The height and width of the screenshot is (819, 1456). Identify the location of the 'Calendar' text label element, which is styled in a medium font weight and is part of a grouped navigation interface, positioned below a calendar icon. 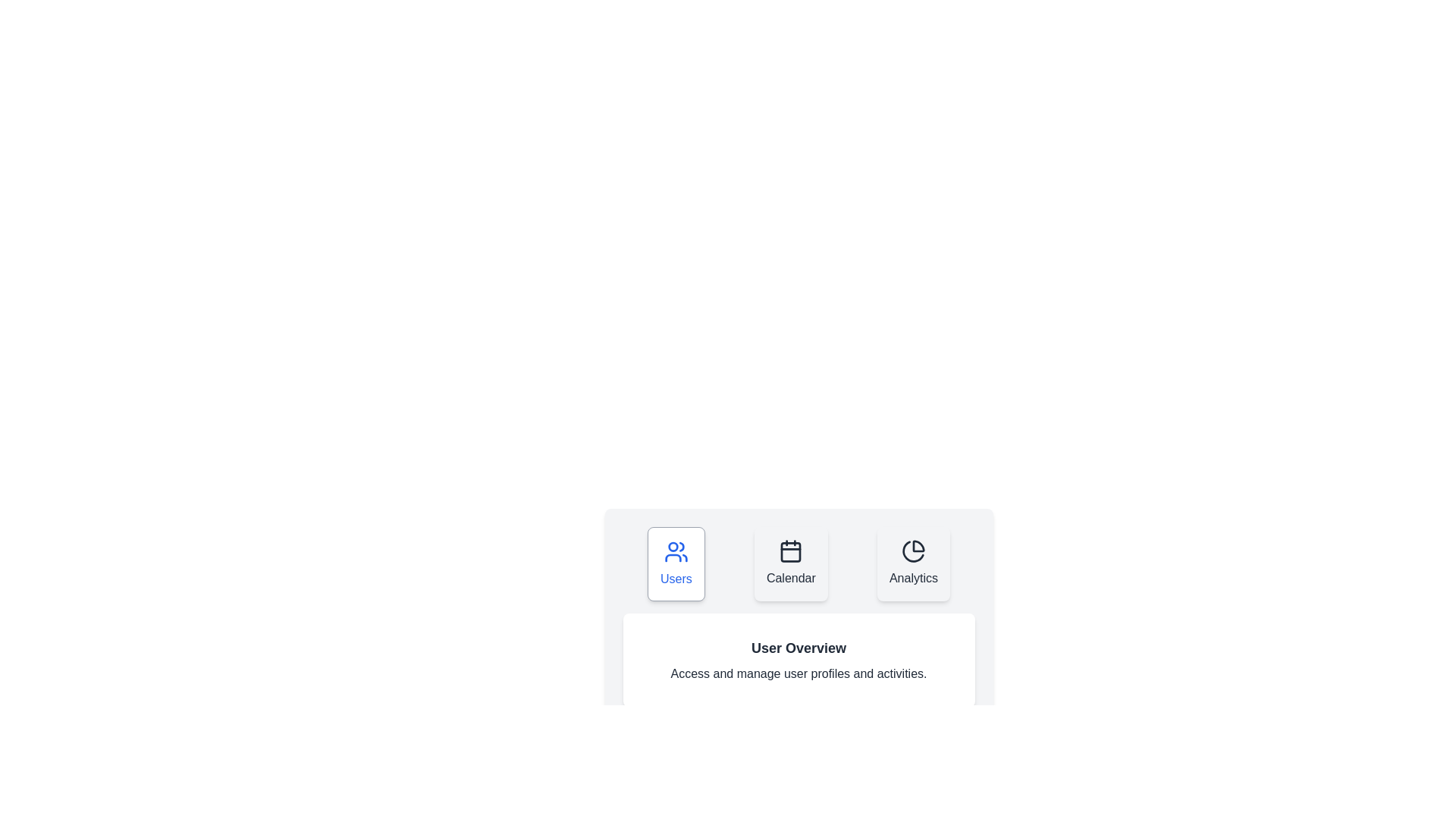
(790, 579).